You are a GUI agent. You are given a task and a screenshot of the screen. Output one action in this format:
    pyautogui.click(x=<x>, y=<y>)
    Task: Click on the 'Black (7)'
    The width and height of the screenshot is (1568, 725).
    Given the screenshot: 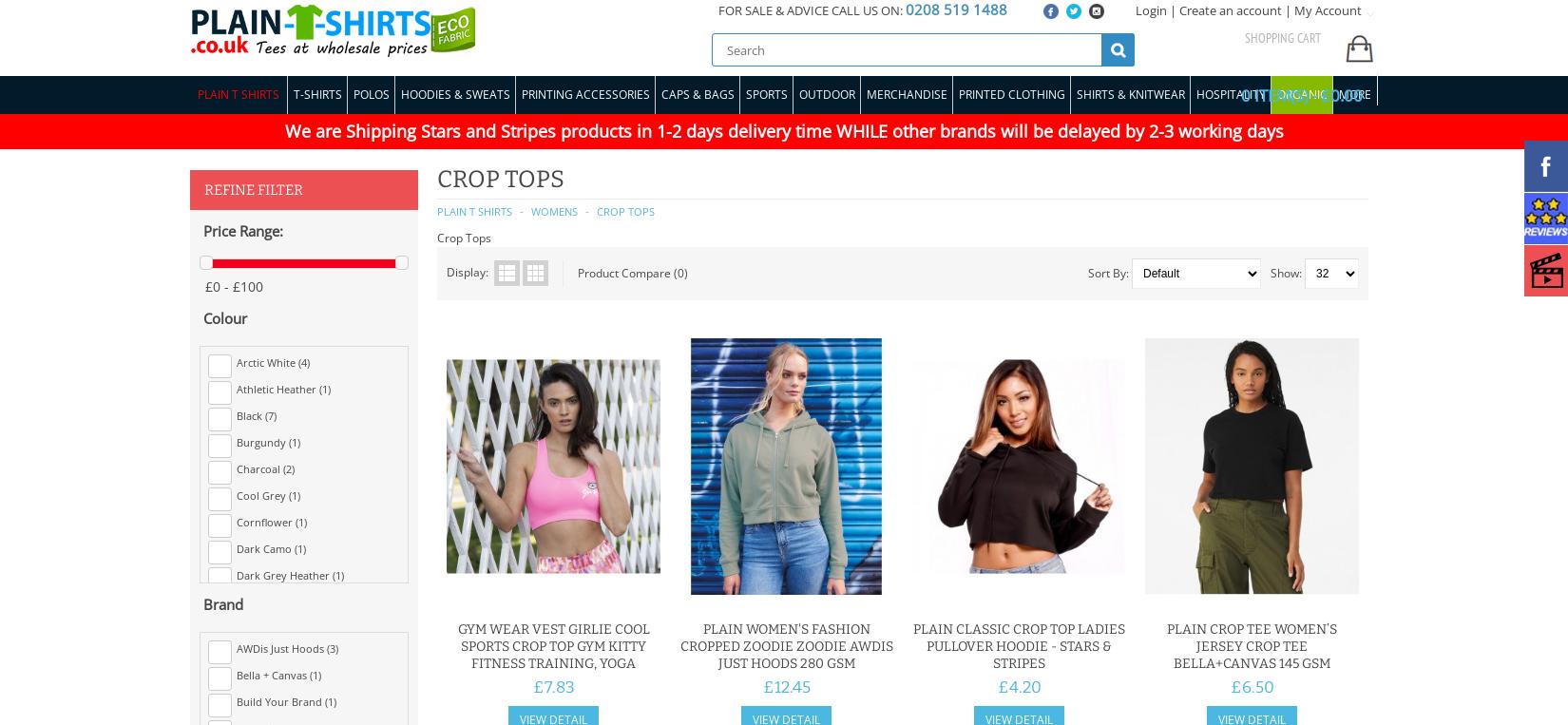 What is the action you would take?
    pyautogui.click(x=256, y=414)
    